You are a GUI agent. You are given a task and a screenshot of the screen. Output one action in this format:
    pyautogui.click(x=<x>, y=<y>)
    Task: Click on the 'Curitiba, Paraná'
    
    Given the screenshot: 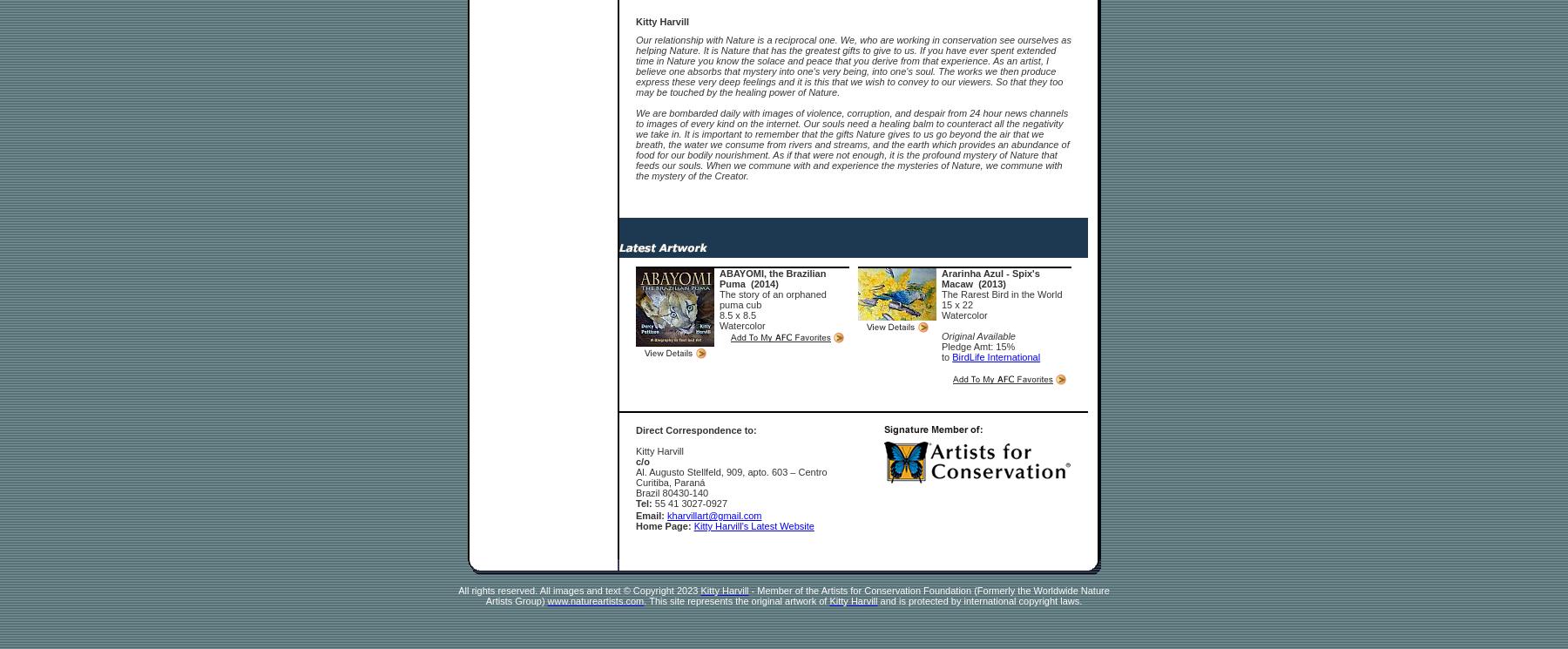 What is the action you would take?
    pyautogui.click(x=669, y=482)
    